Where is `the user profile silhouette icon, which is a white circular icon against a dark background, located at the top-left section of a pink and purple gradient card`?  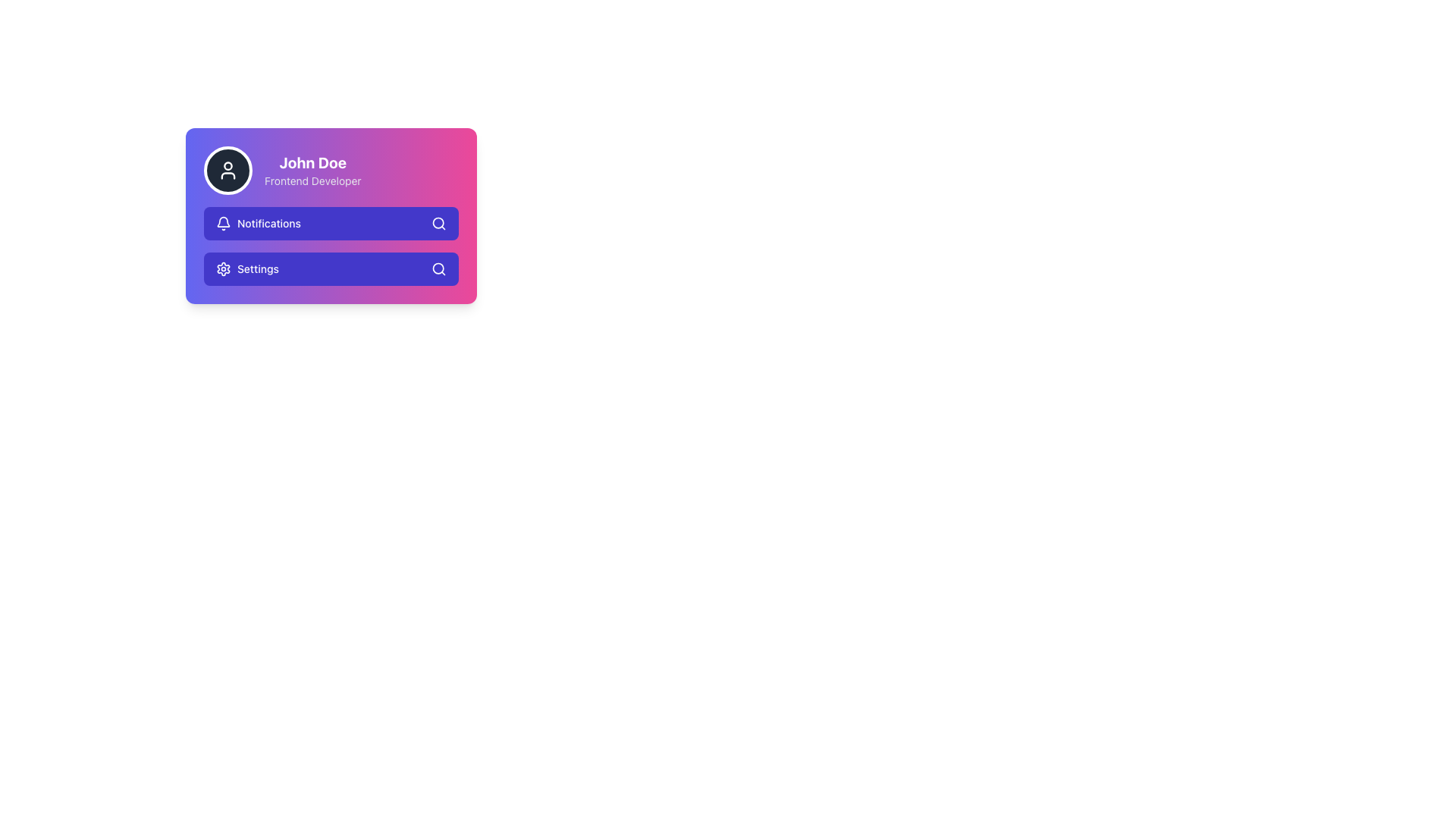
the user profile silhouette icon, which is a white circular icon against a dark background, located at the top-left section of a pink and purple gradient card is located at coordinates (227, 170).